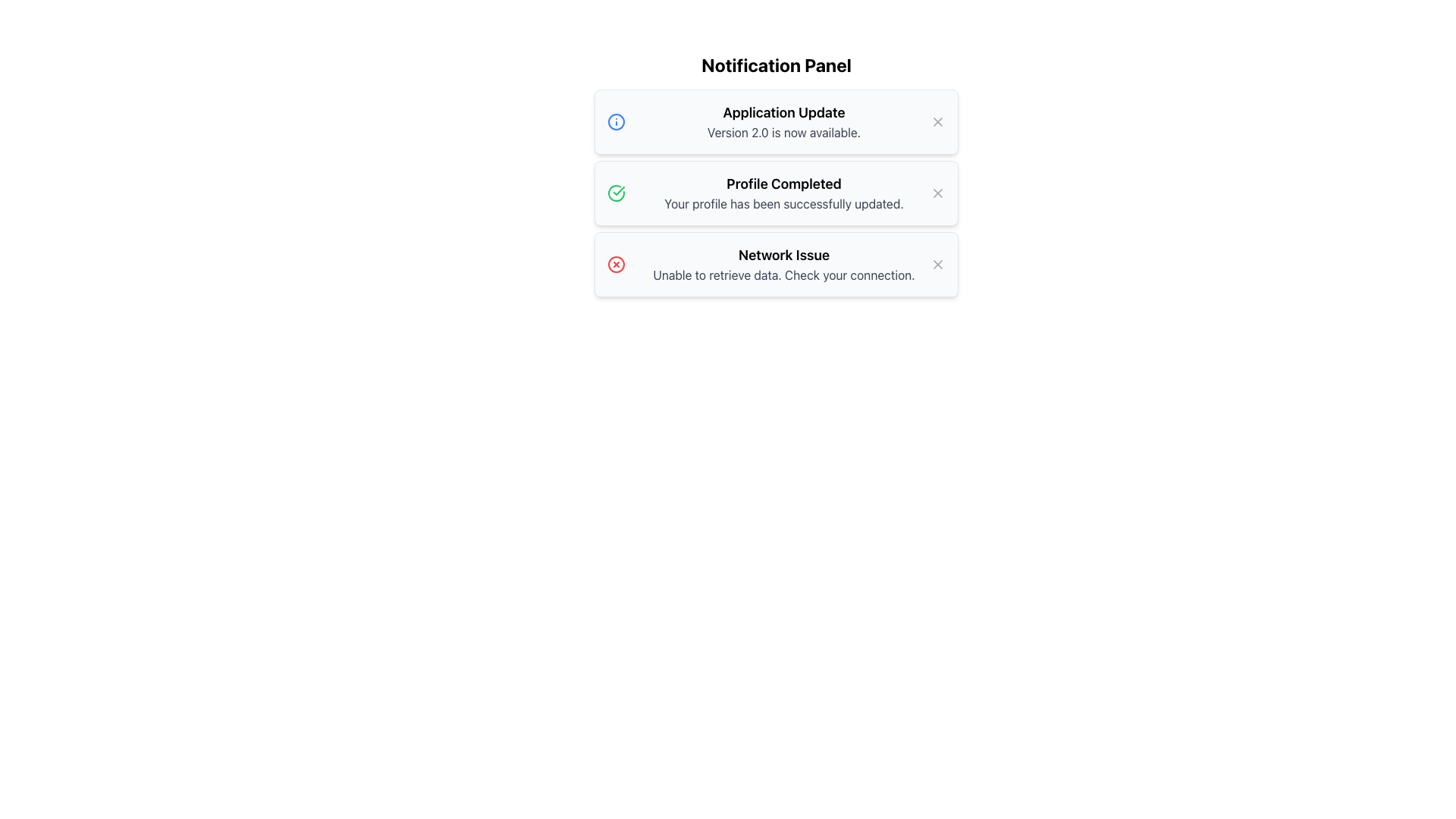  I want to click on the close button icon resembling an 'X', so click(937, 263).